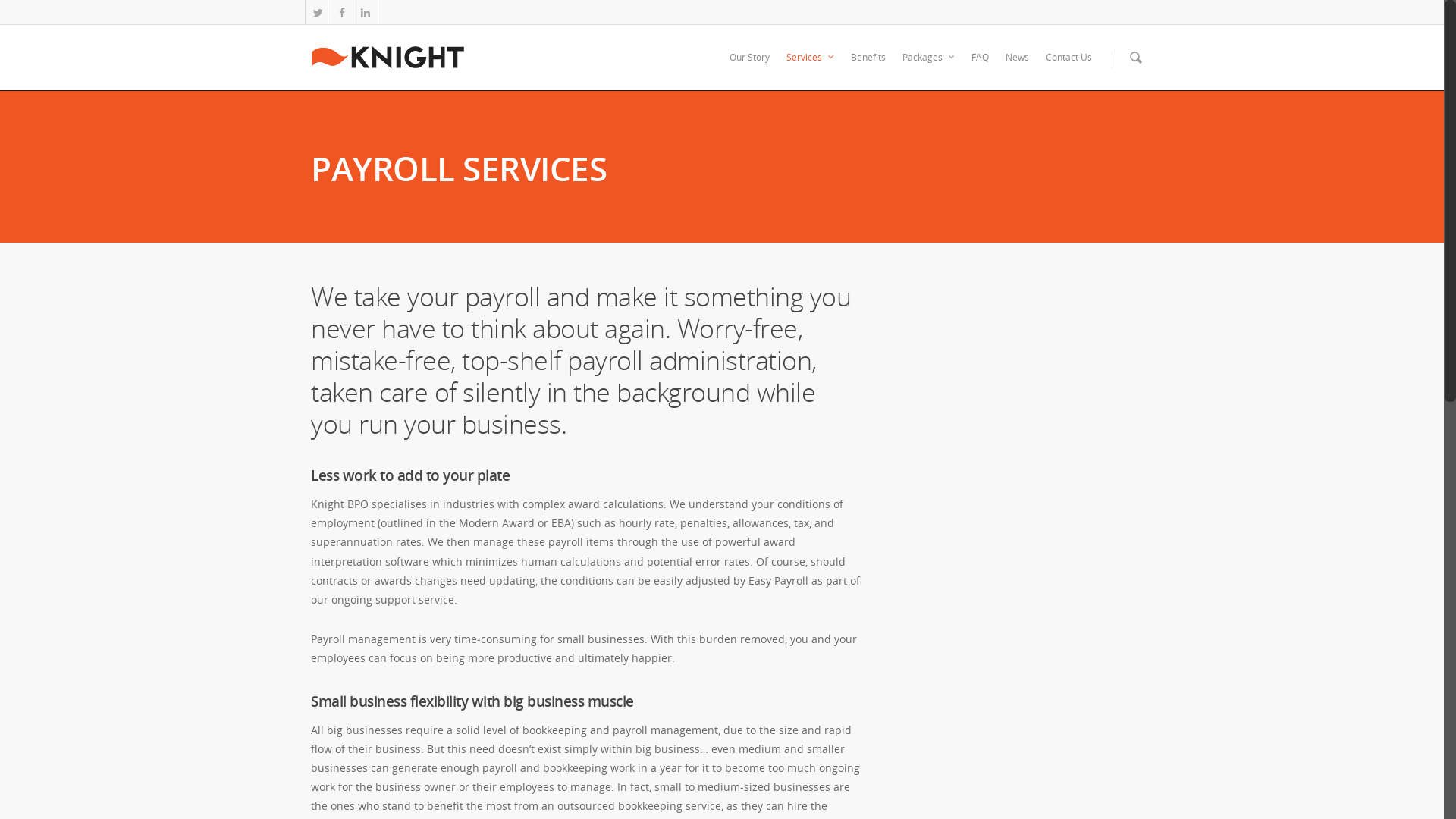  Describe the element at coordinates (980, 67) in the screenshot. I see `'FAQ'` at that location.